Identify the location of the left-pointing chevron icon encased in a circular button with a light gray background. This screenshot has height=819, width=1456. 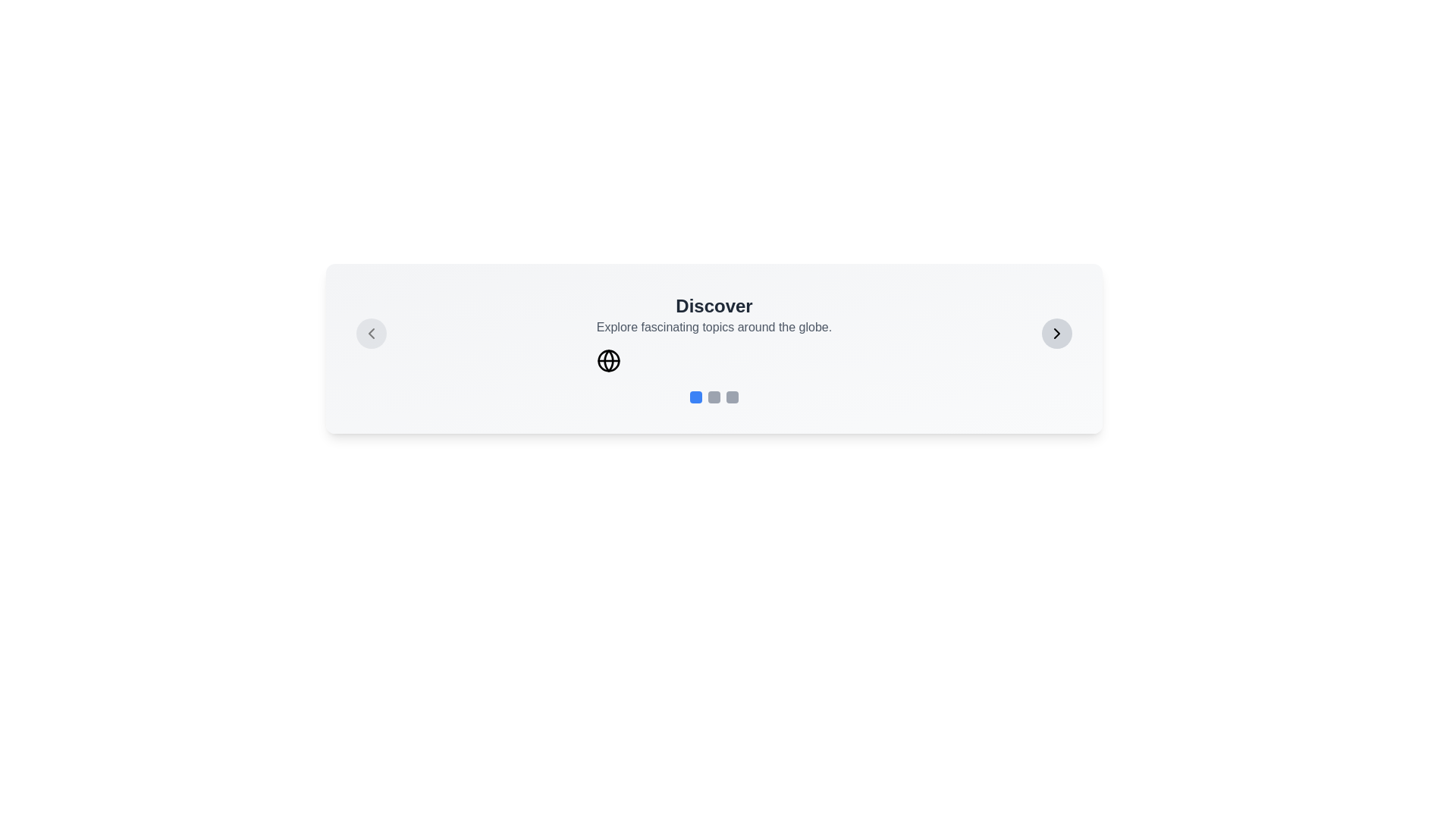
(371, 332).